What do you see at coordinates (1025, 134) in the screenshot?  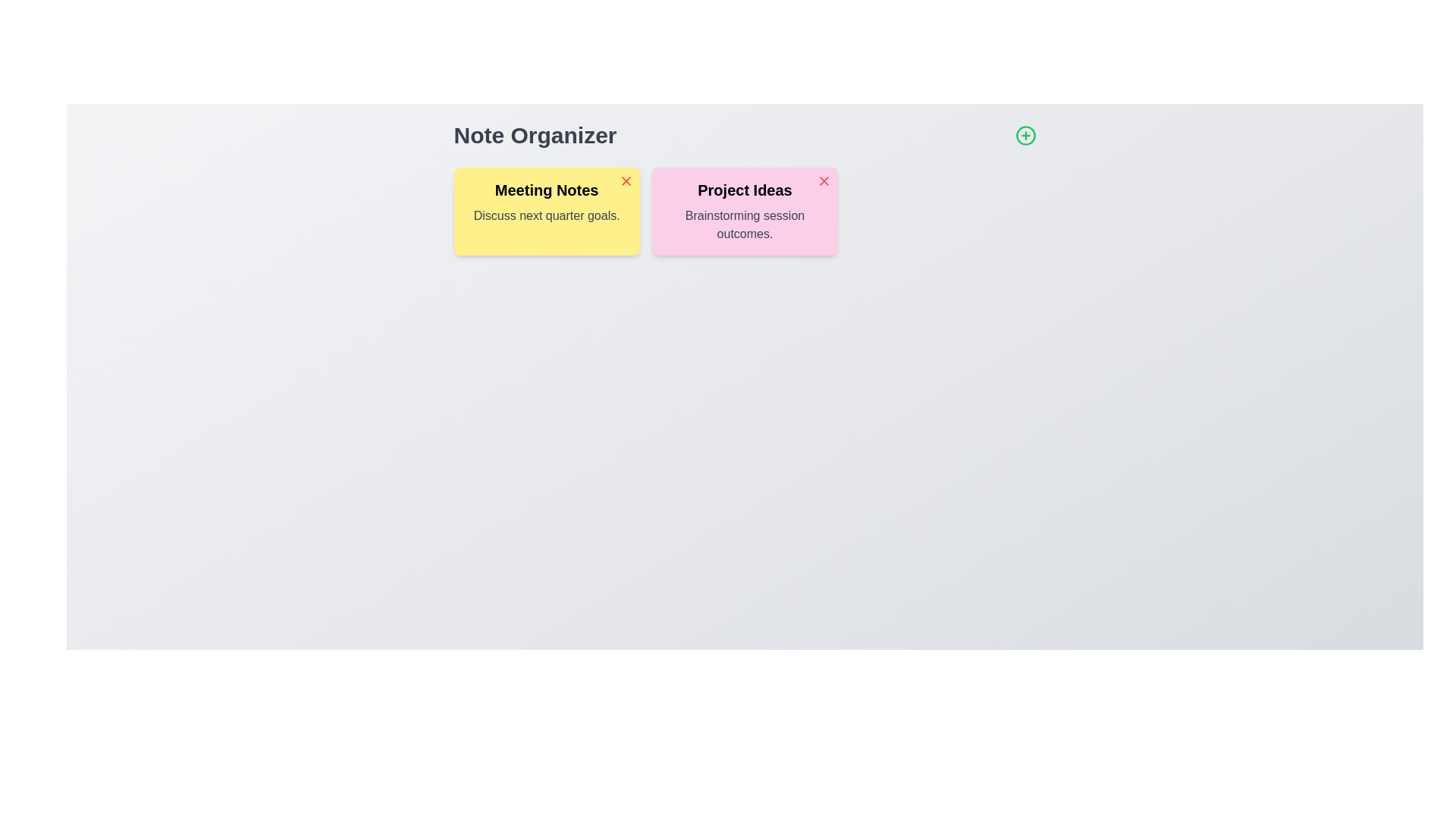 I see `the circular shape with a green stroke and solid white background that is part of the plus-sign icon located in the top-right corner of the interface` at bounding box center [1025, 134].